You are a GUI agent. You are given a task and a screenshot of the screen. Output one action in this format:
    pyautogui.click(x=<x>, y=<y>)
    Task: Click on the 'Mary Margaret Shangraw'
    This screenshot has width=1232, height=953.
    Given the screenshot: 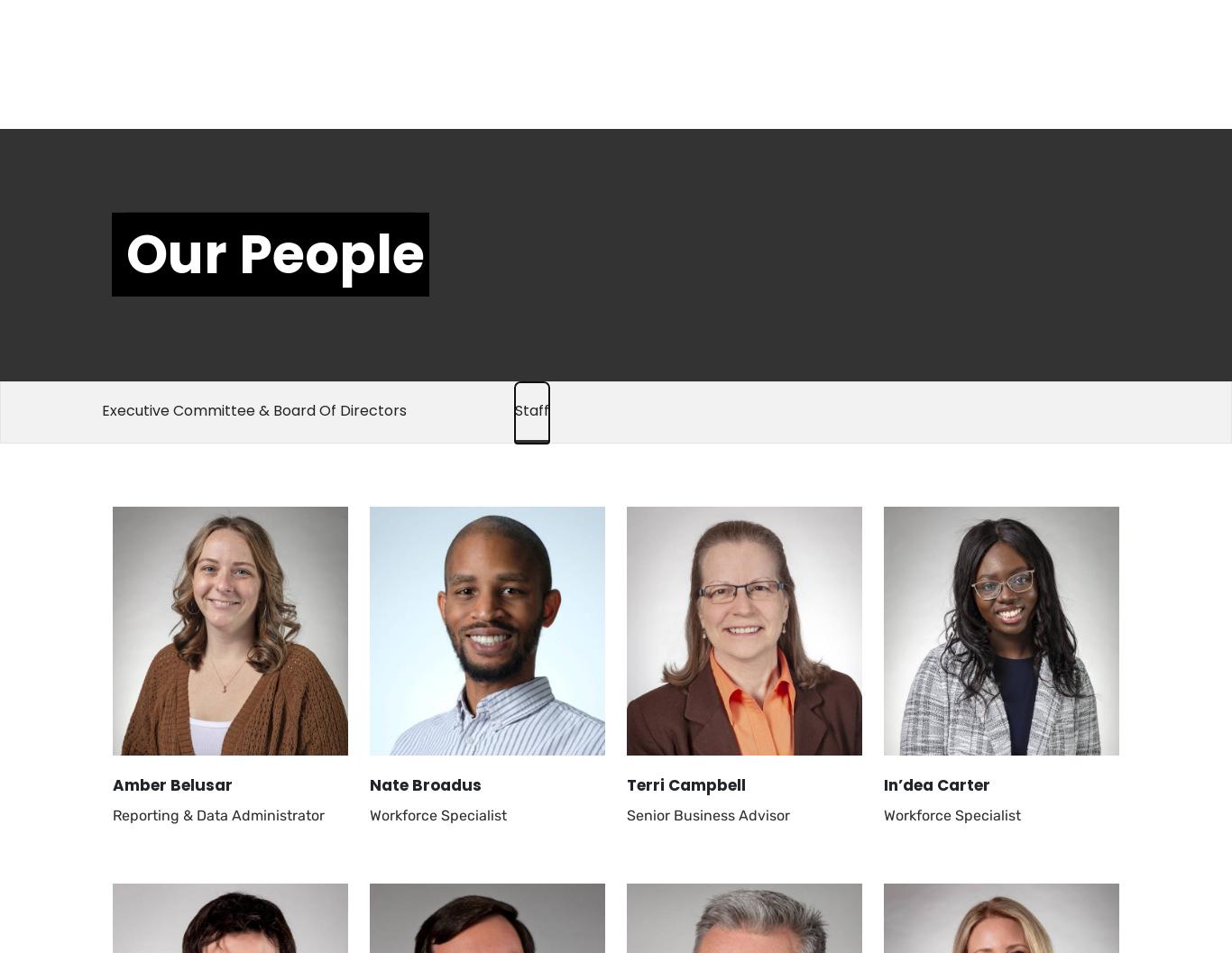 What is the action you would take?
    pyautogui.click(x=111, y=853)
    